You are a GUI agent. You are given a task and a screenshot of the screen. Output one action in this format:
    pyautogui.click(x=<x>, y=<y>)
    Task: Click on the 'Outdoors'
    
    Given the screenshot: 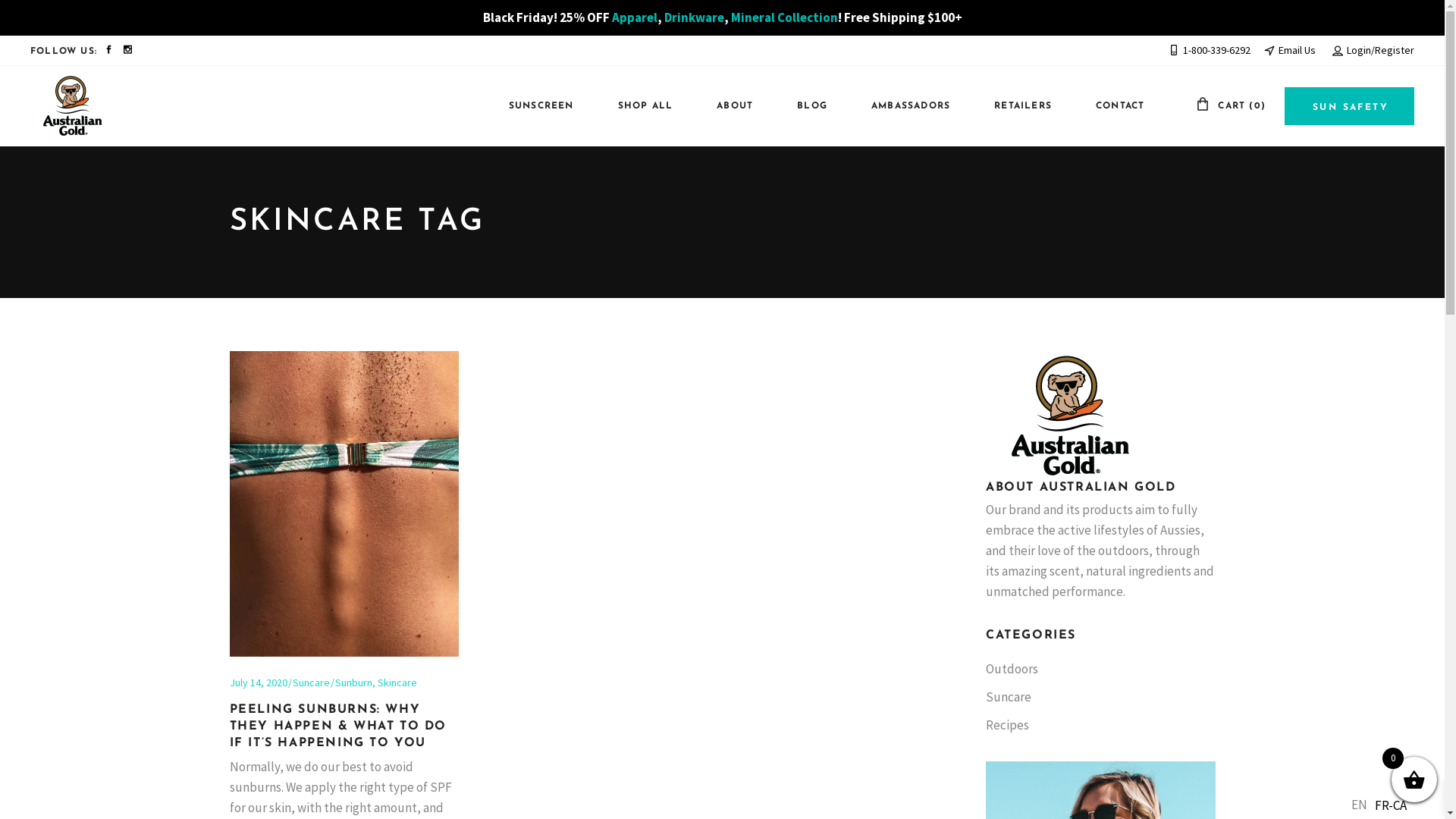 What is the action you would take?
    pyautogui.click(x=1012, y=668)
    